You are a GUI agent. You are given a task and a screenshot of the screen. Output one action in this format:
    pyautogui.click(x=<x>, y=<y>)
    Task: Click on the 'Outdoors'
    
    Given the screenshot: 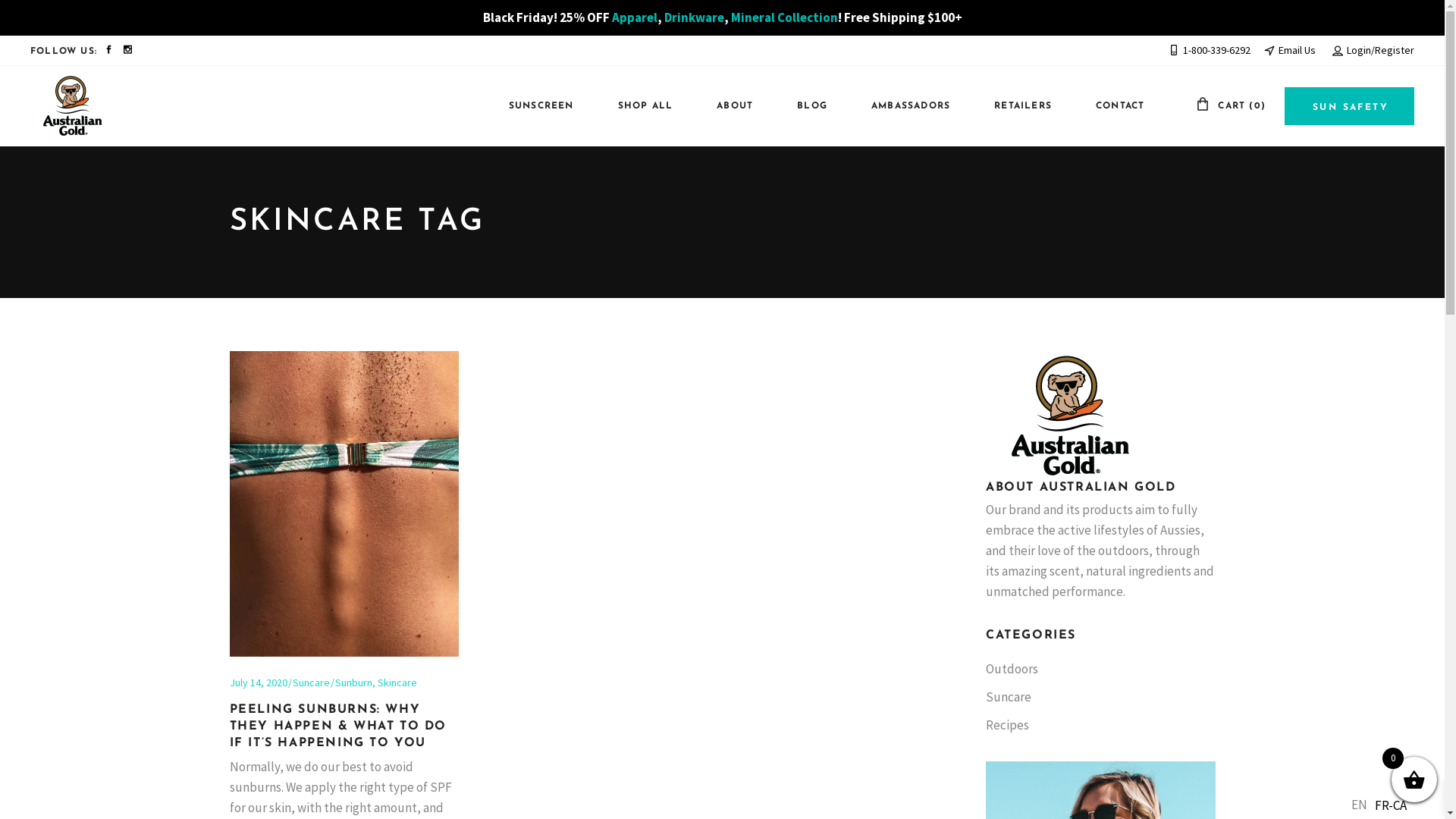 What is the action you would take?
    pyautogui.click(x=1012, y=668)
    